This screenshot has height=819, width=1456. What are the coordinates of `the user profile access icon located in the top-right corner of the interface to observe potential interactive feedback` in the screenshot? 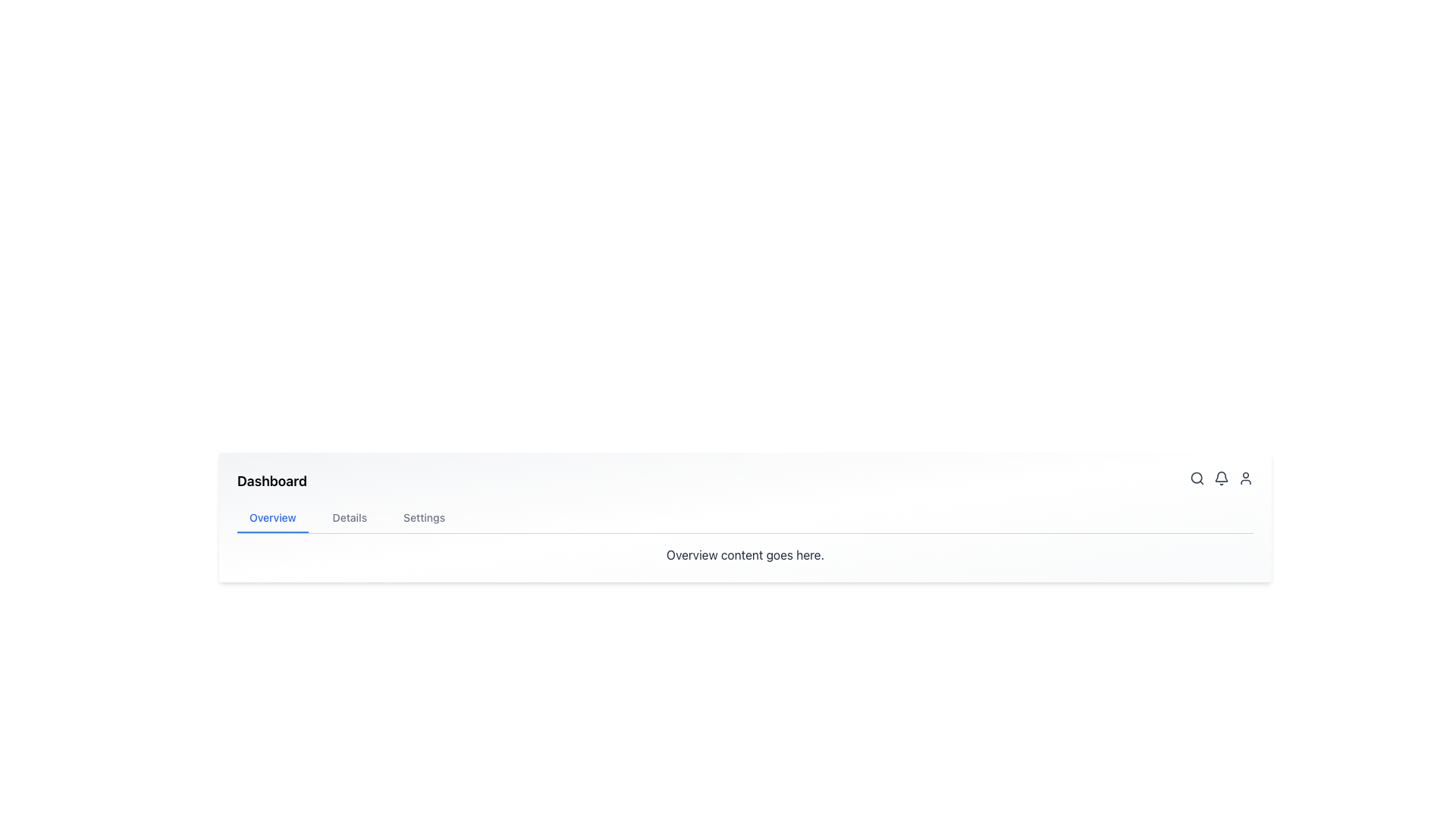 It's located at (1245, 479).